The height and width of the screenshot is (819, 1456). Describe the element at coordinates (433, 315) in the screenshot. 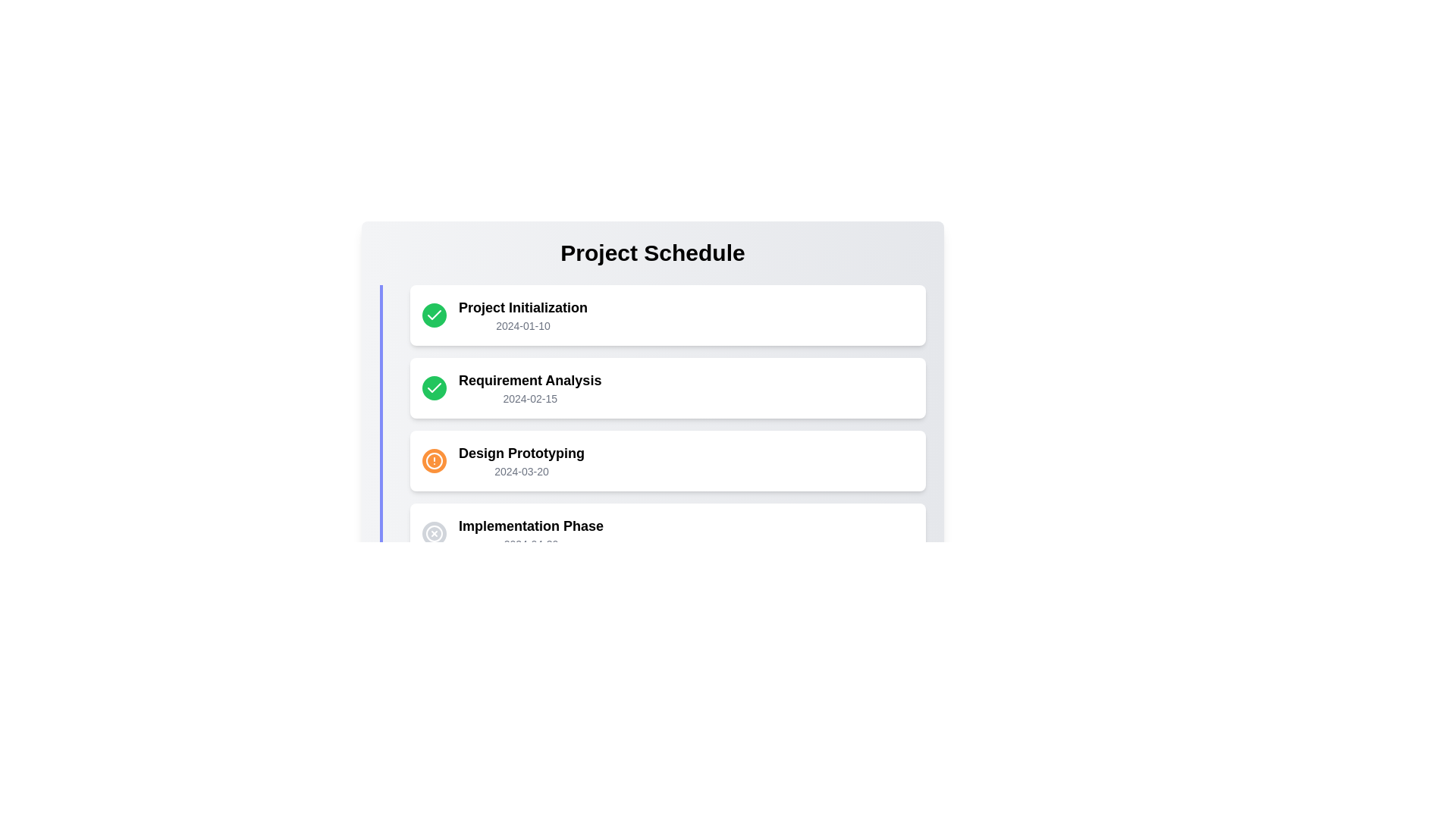

I see `the status marker icon indicating completion for the 'Project Initialization' task dated '2024-01-10'` at that location.